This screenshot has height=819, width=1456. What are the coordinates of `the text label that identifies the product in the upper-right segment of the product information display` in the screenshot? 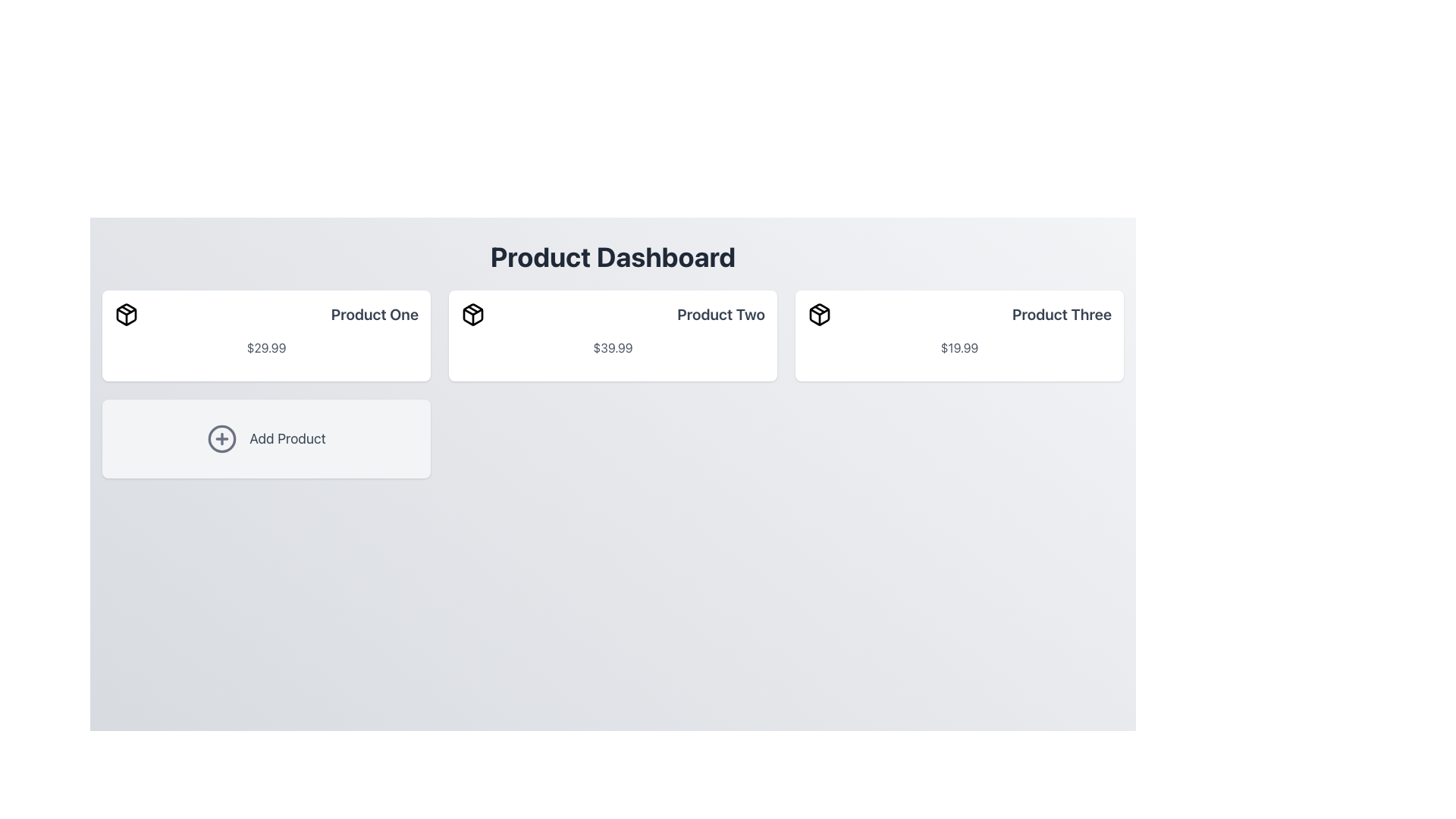 It's located at (1061, 314).